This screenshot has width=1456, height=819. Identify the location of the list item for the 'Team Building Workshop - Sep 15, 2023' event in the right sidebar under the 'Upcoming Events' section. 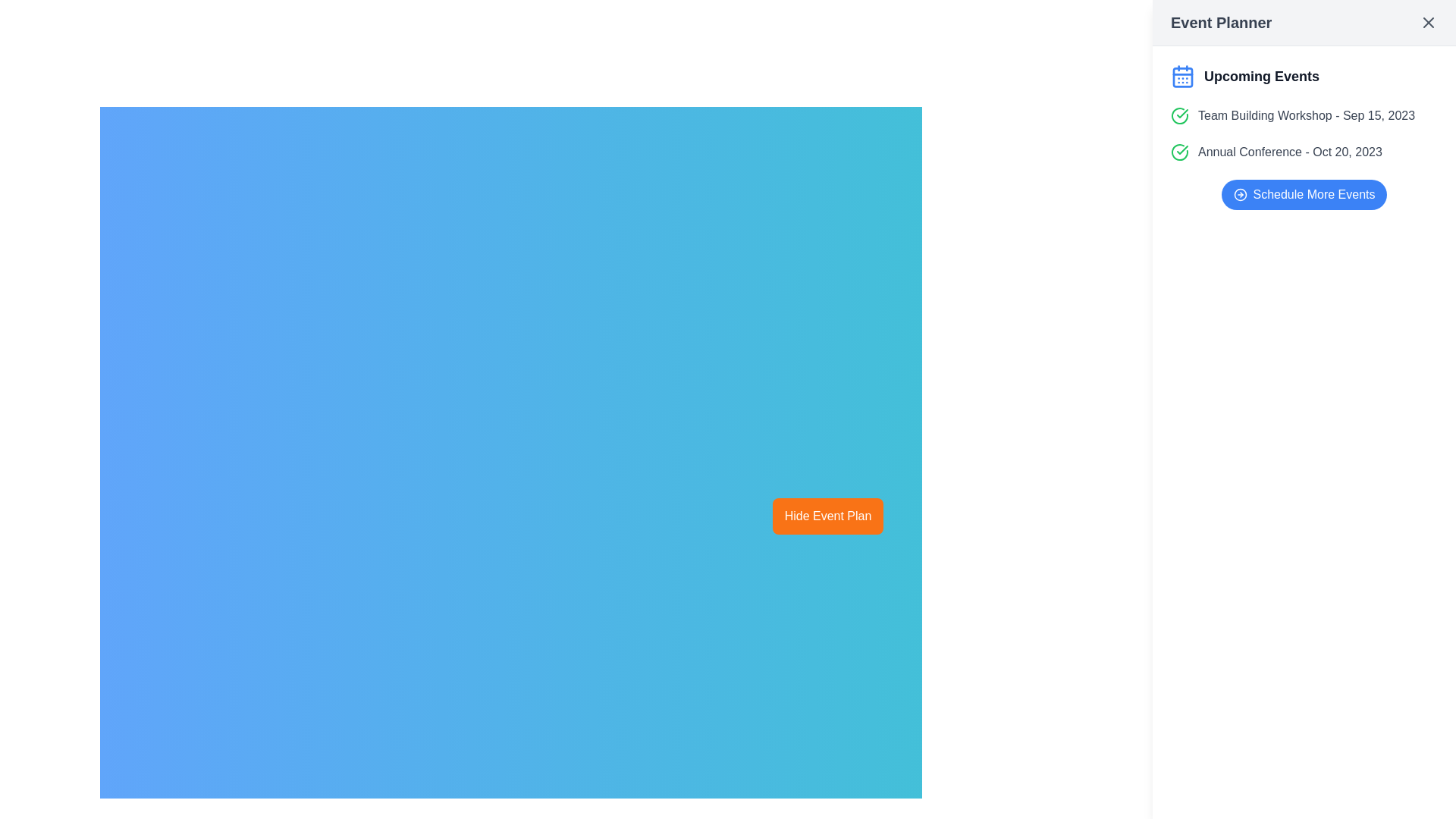
(1303, 115).